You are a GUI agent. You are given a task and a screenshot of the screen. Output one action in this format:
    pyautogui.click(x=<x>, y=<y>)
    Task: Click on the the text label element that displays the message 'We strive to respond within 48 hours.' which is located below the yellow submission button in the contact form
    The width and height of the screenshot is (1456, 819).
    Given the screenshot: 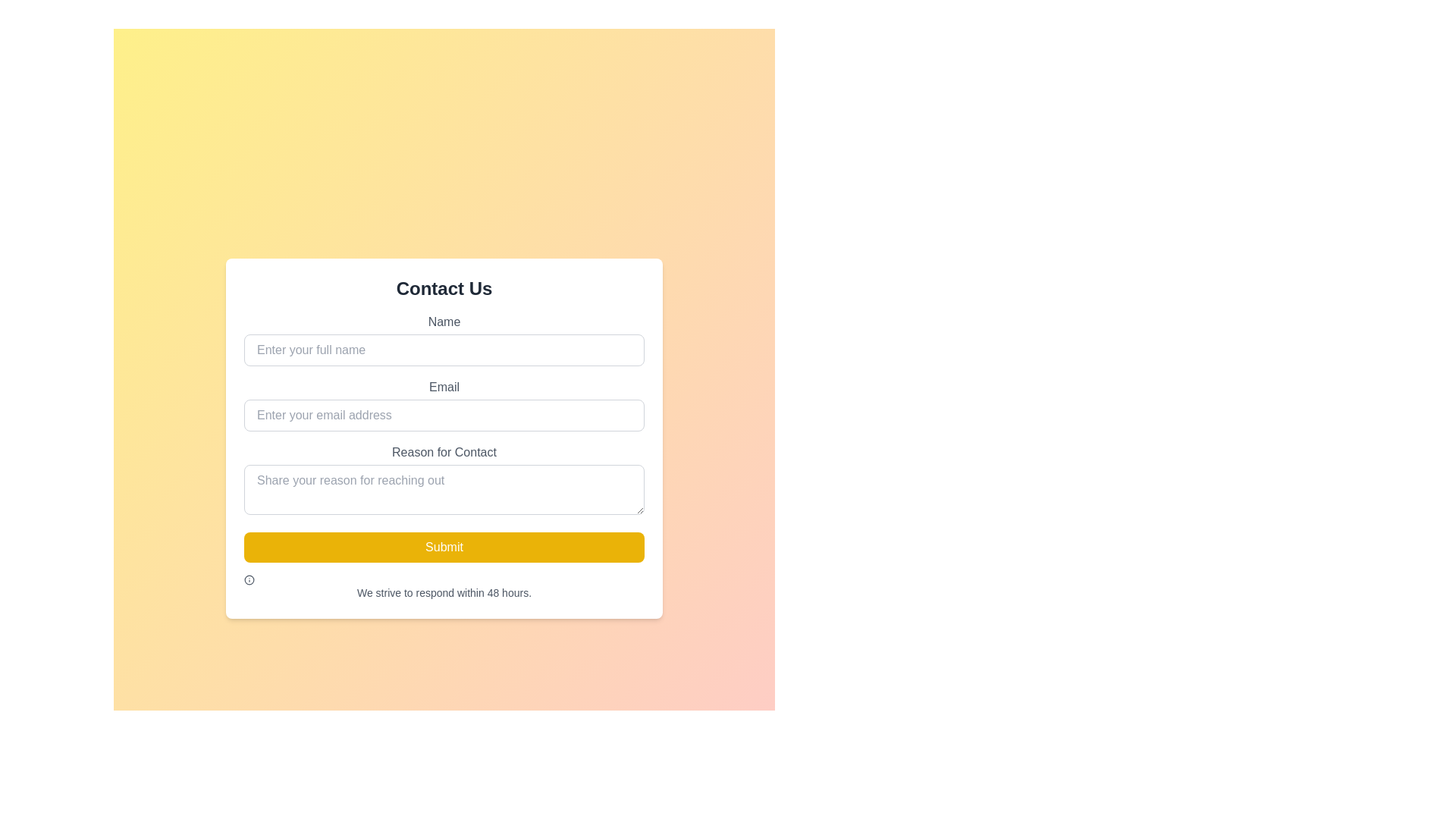 What is the action you would take?
    pyautogui.click(x=443, y=586)
    